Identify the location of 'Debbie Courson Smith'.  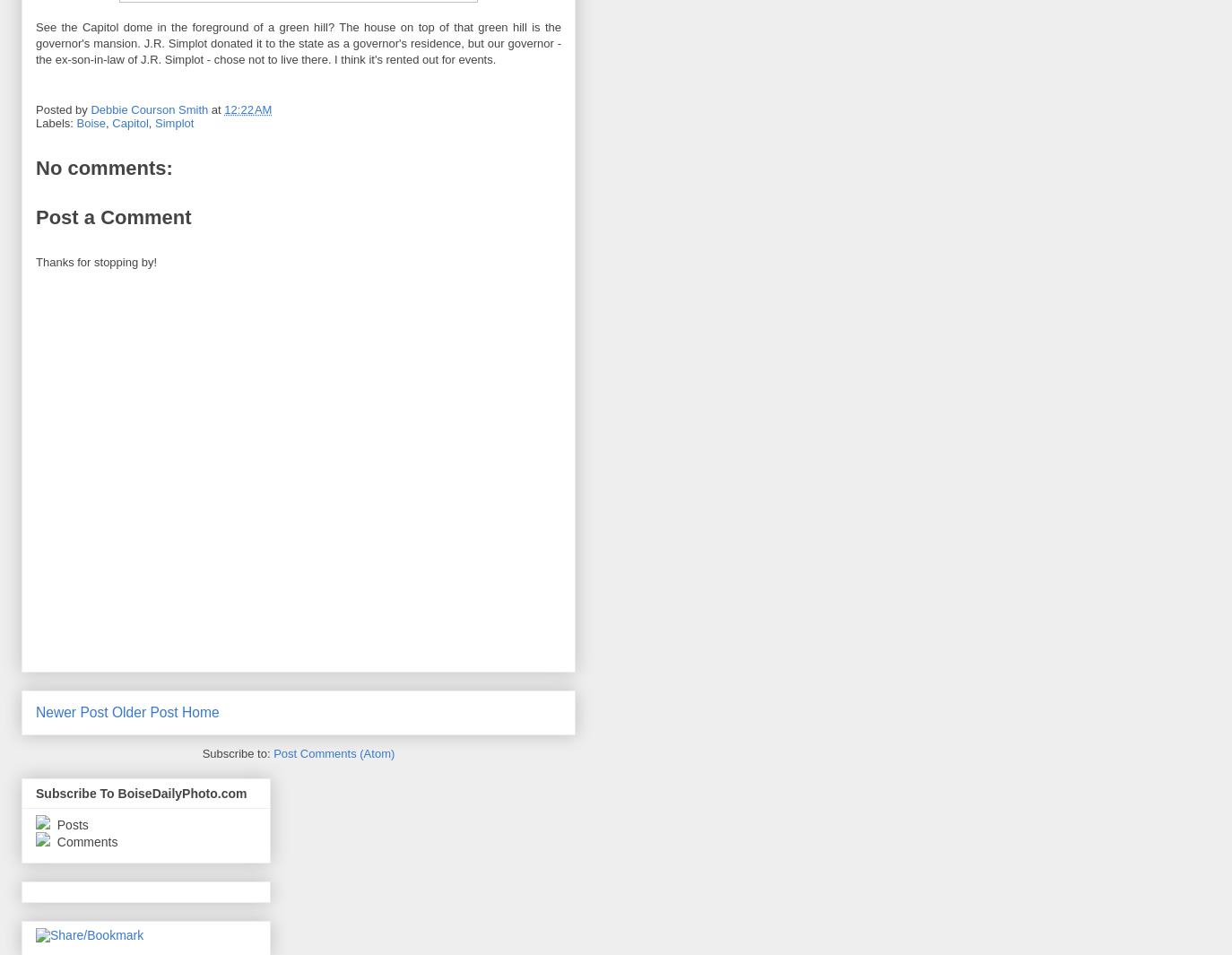
(148, 109).